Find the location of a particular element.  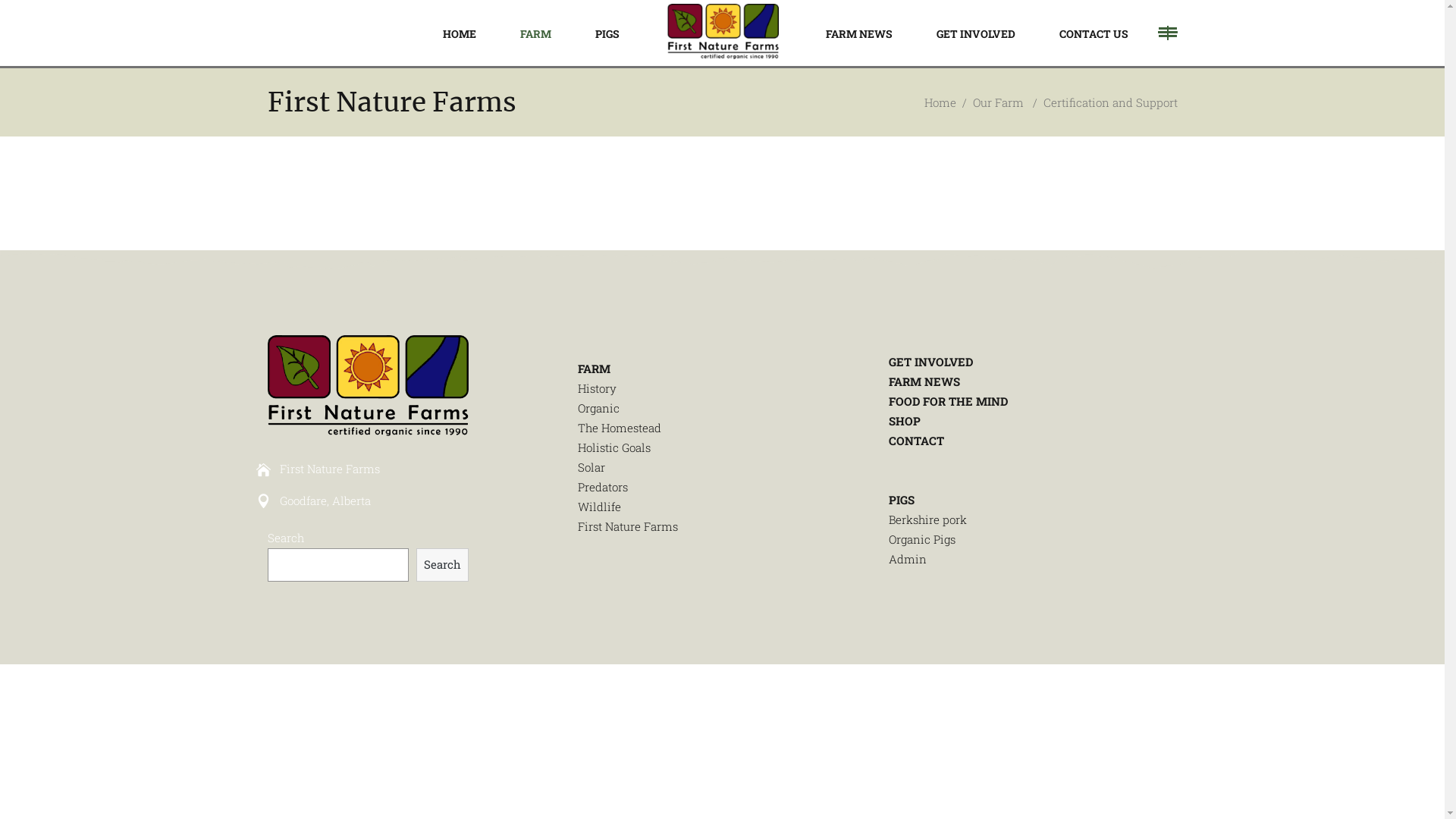

'Organic Pigs' is located at coordinates (888, 538).